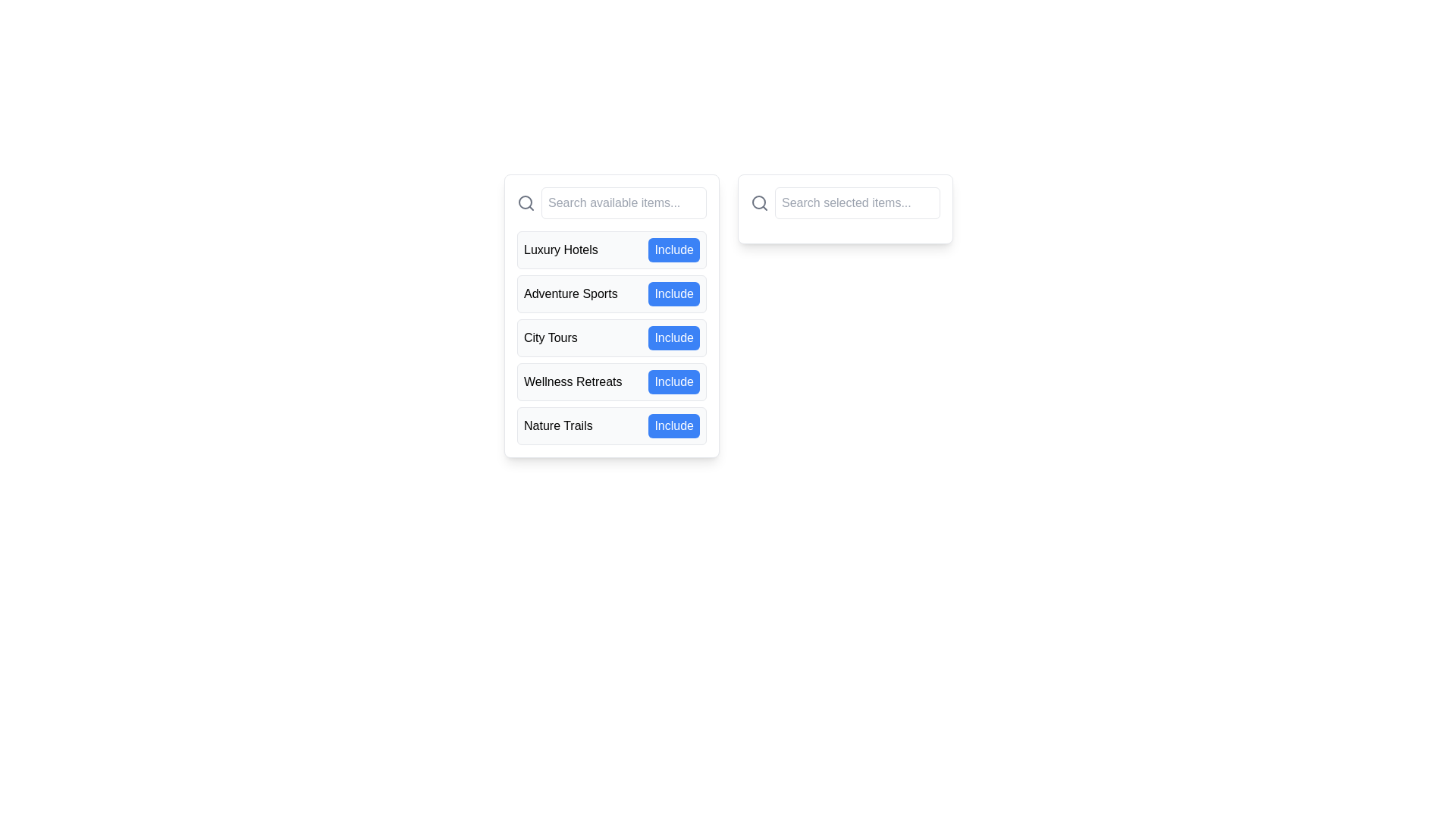 Image resolution: width=1456 pixels, height=819 pixels. I want to click on the blue 'Include' button with white text located to the right of 'Adventure Sports' in the second list item, so click(673, 294).